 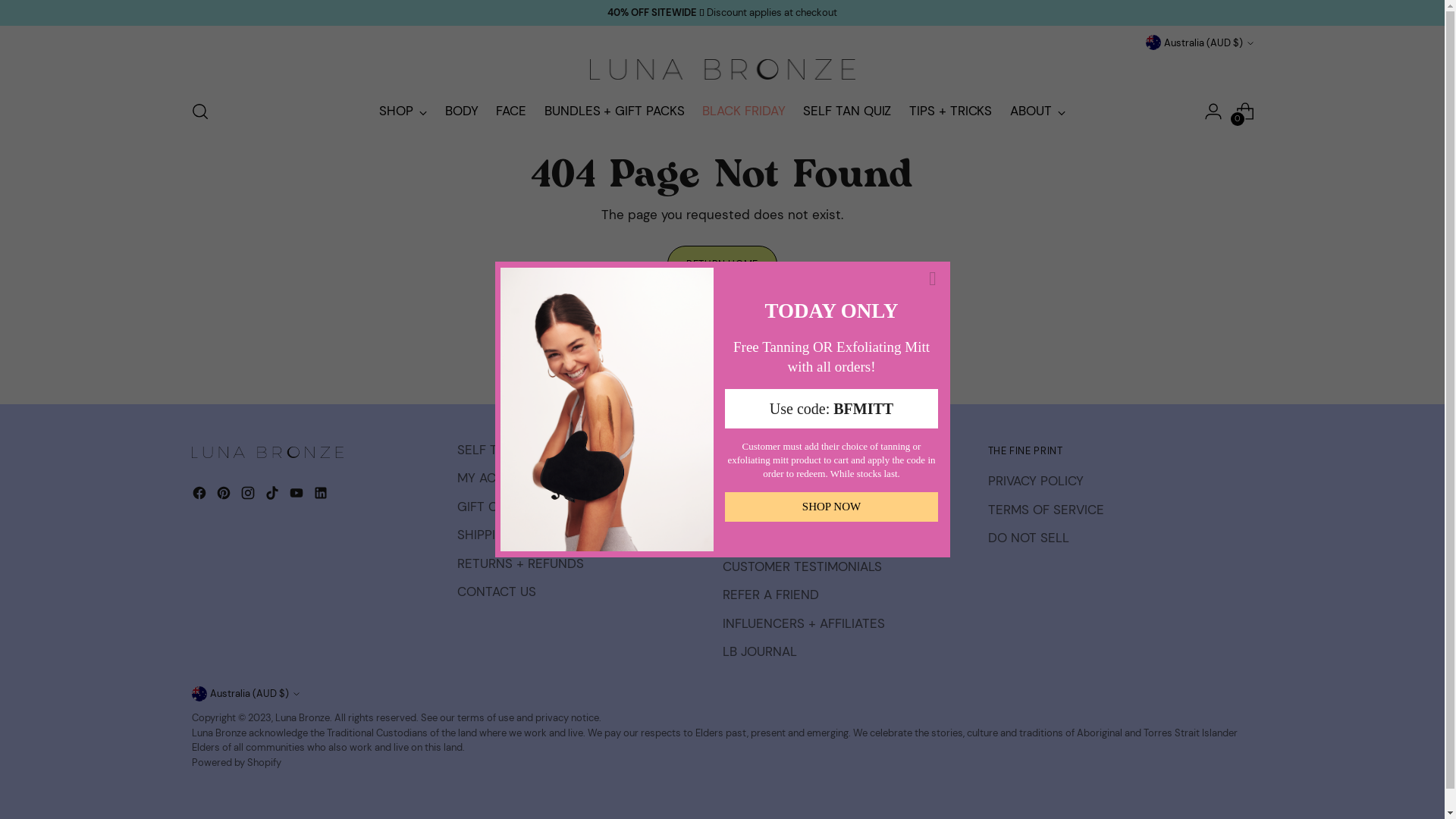 I want to click on 'TIPS + TRICKS', so click(x=949, y=110).